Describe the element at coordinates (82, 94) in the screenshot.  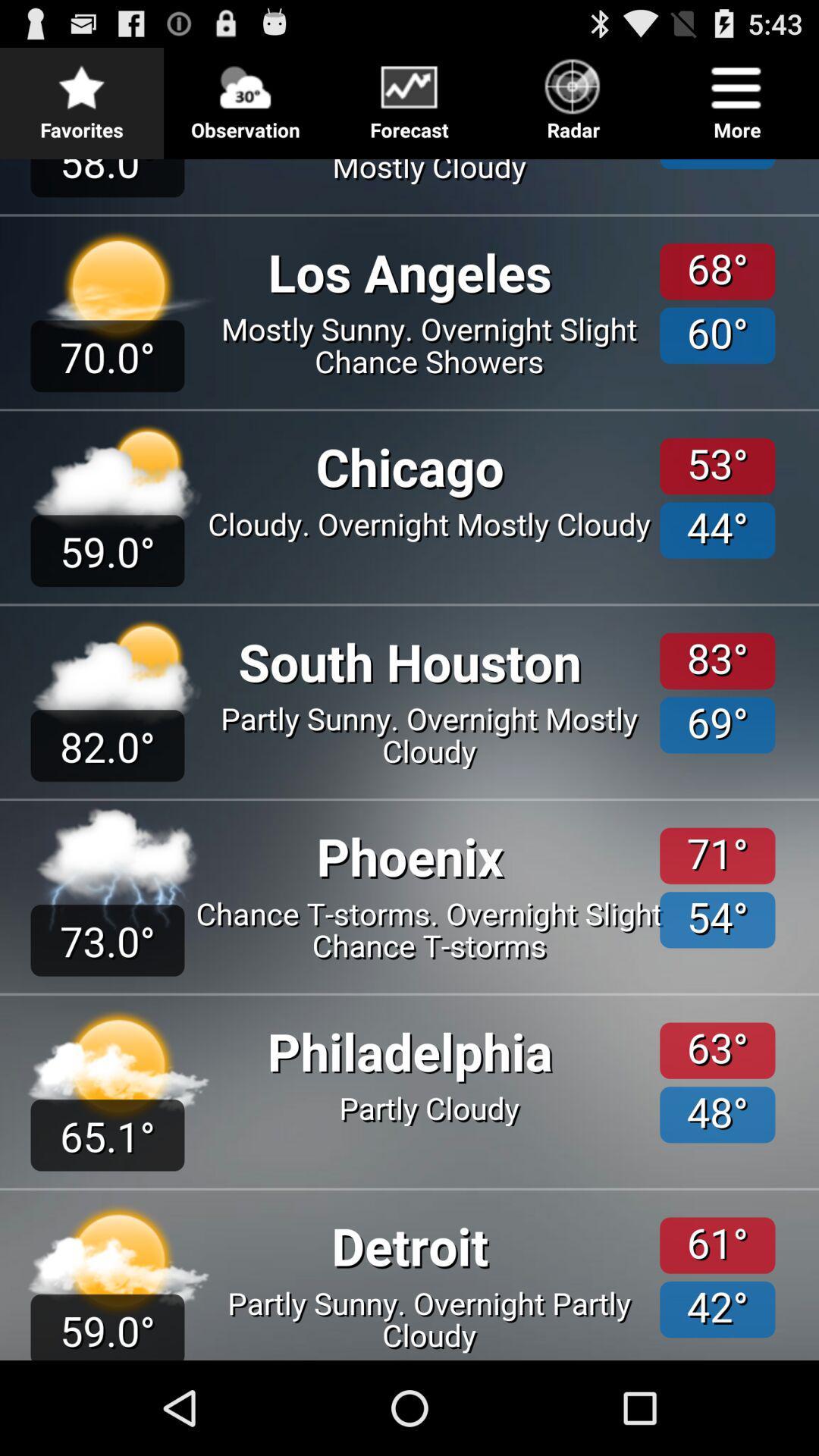
I see `the favorites icon` at that location.